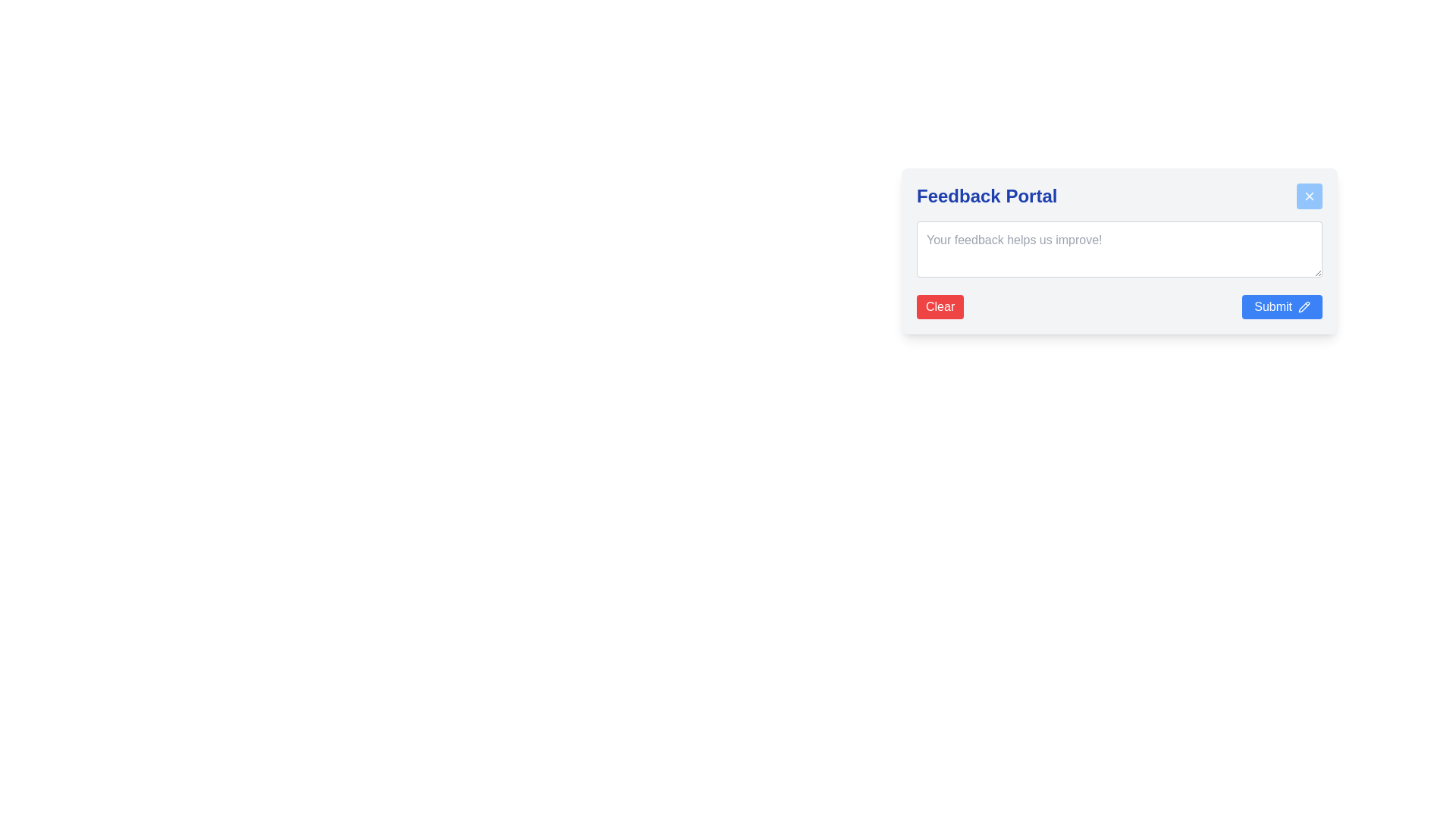 Image resolution: width=1456 pixels, height=819 pixels. Describe the element at coordinates (939, 307) in the screenshot. I see `the 'Clear' button located at the bottom of the 'Feedback Portal' section to clear any input or selections` at that location.